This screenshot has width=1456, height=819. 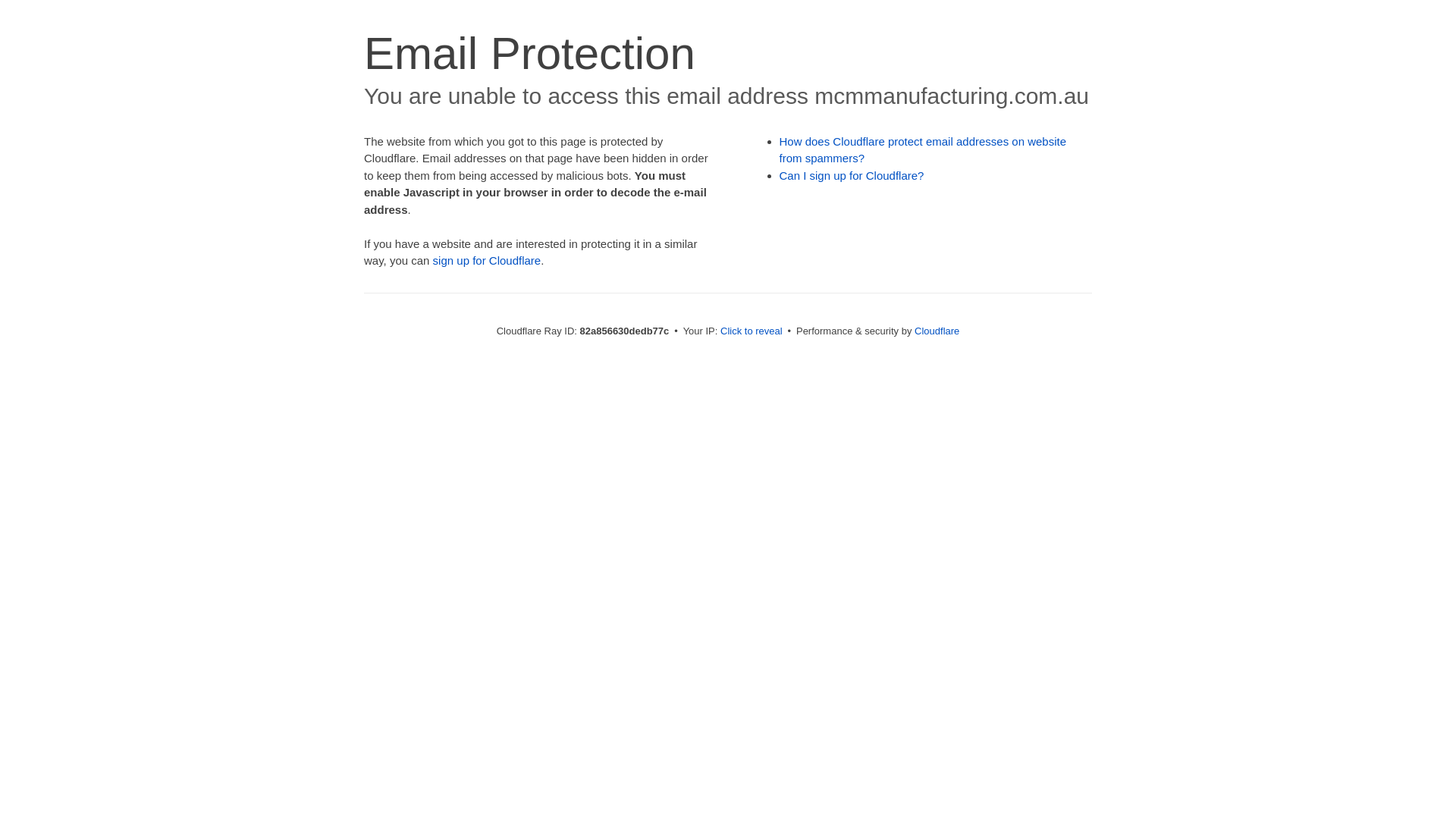 I want to click on 'Cloudflare', so click(x=913, y=330).